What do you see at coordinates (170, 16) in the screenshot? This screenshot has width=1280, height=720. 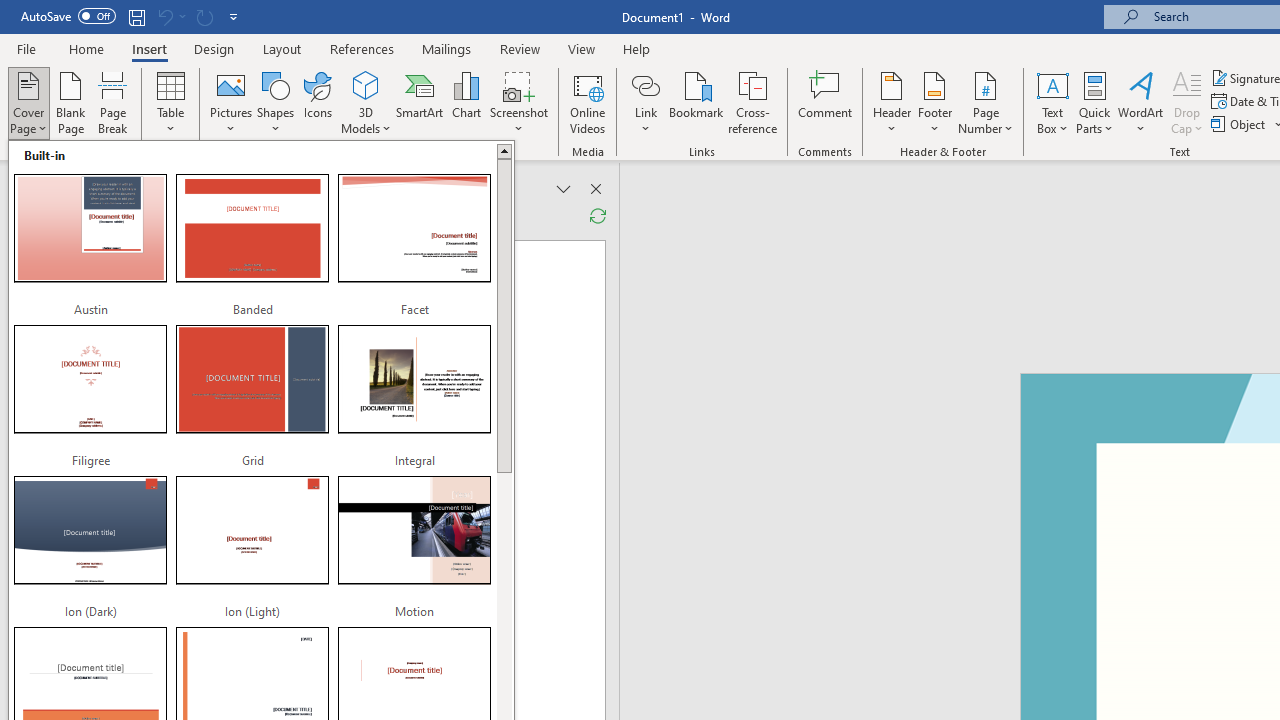 I see `'Can'` at bounding box center [170, 16].